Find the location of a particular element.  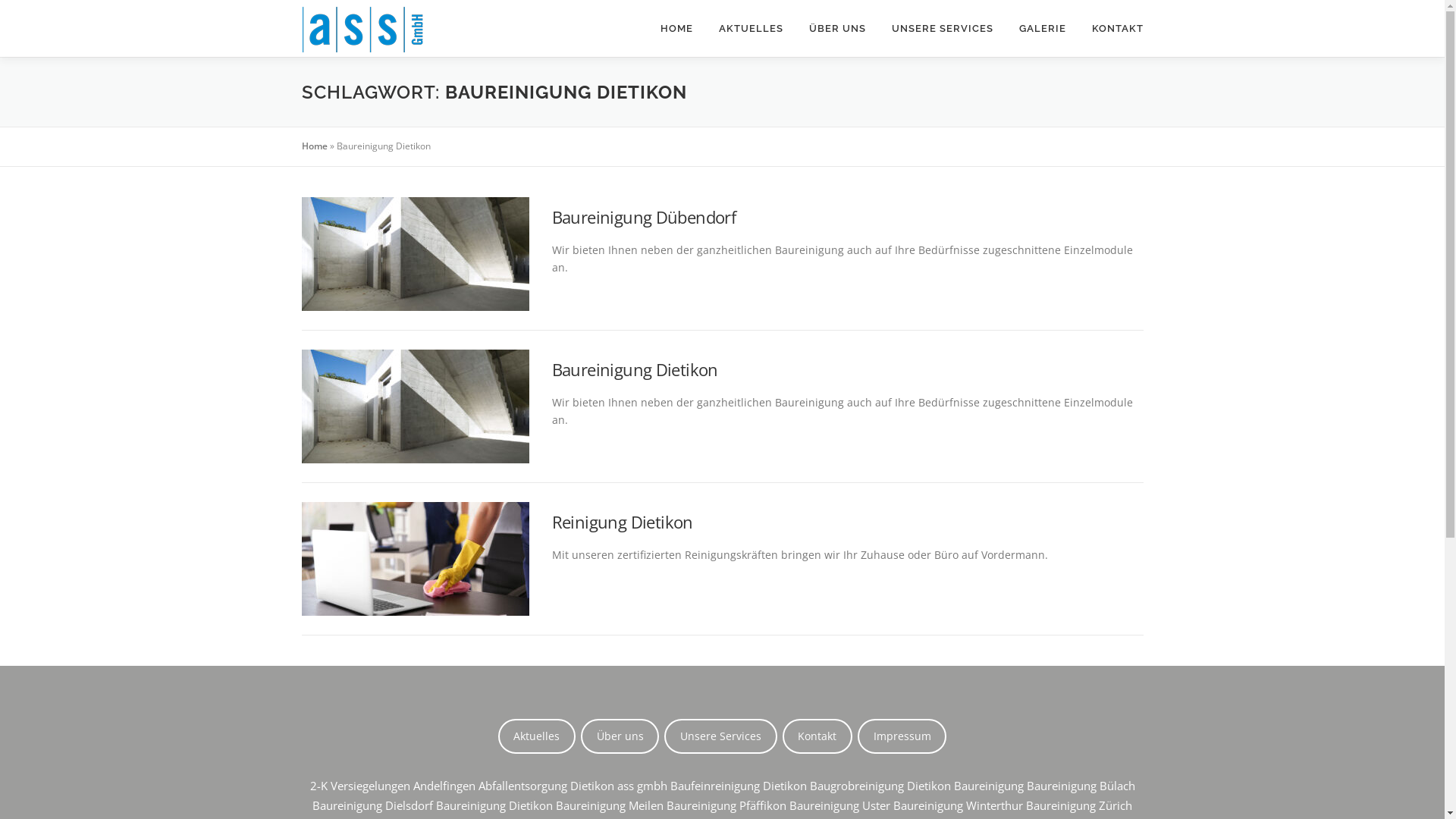

'Baureinigung Dielsdorf' is located at coordinates (312, 804).